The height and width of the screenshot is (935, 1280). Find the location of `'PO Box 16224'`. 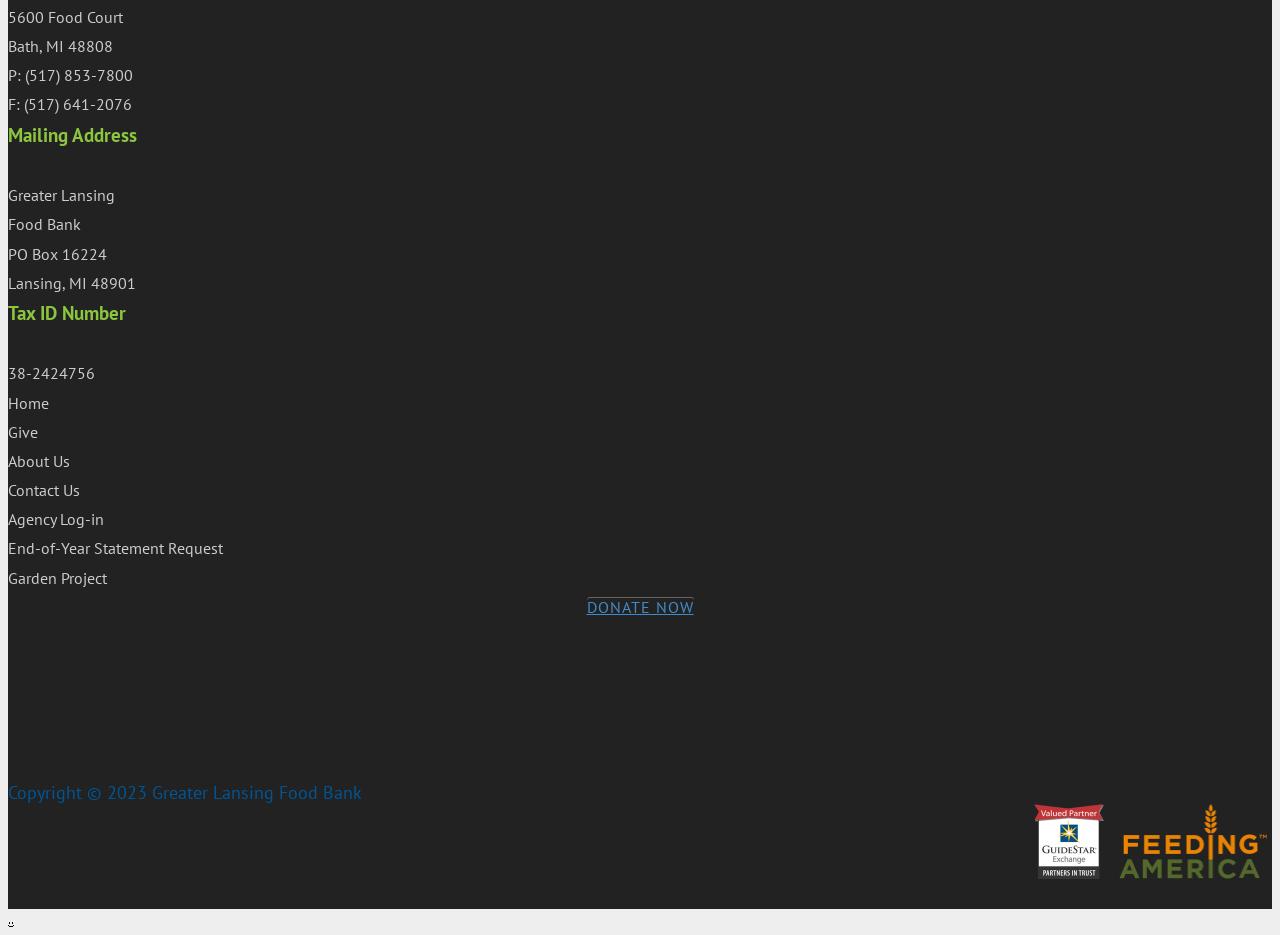

'PO Box 16224' is located at coordinates (57, 253).